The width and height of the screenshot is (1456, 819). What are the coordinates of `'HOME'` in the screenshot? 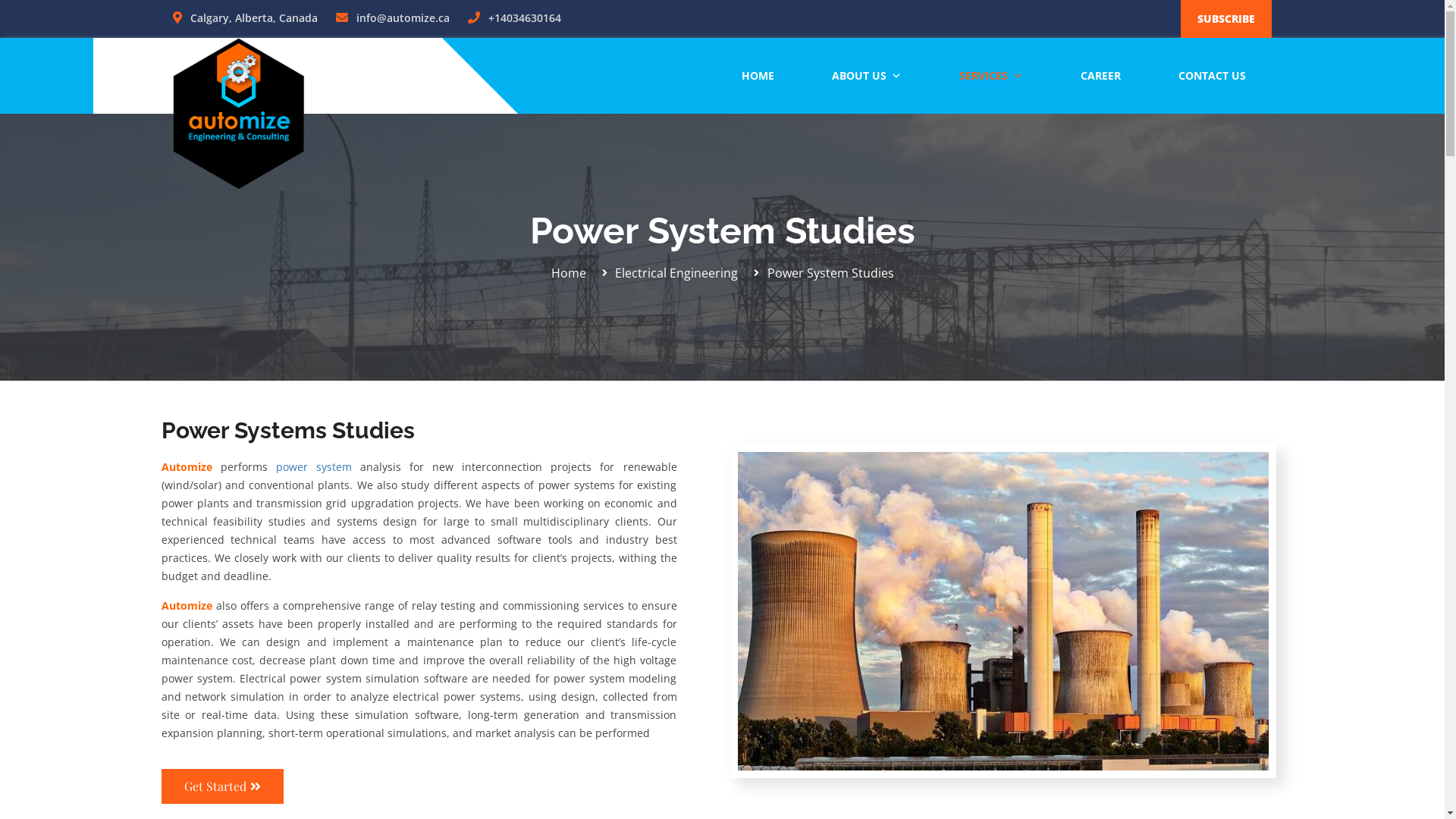 It's located at (755, 76).